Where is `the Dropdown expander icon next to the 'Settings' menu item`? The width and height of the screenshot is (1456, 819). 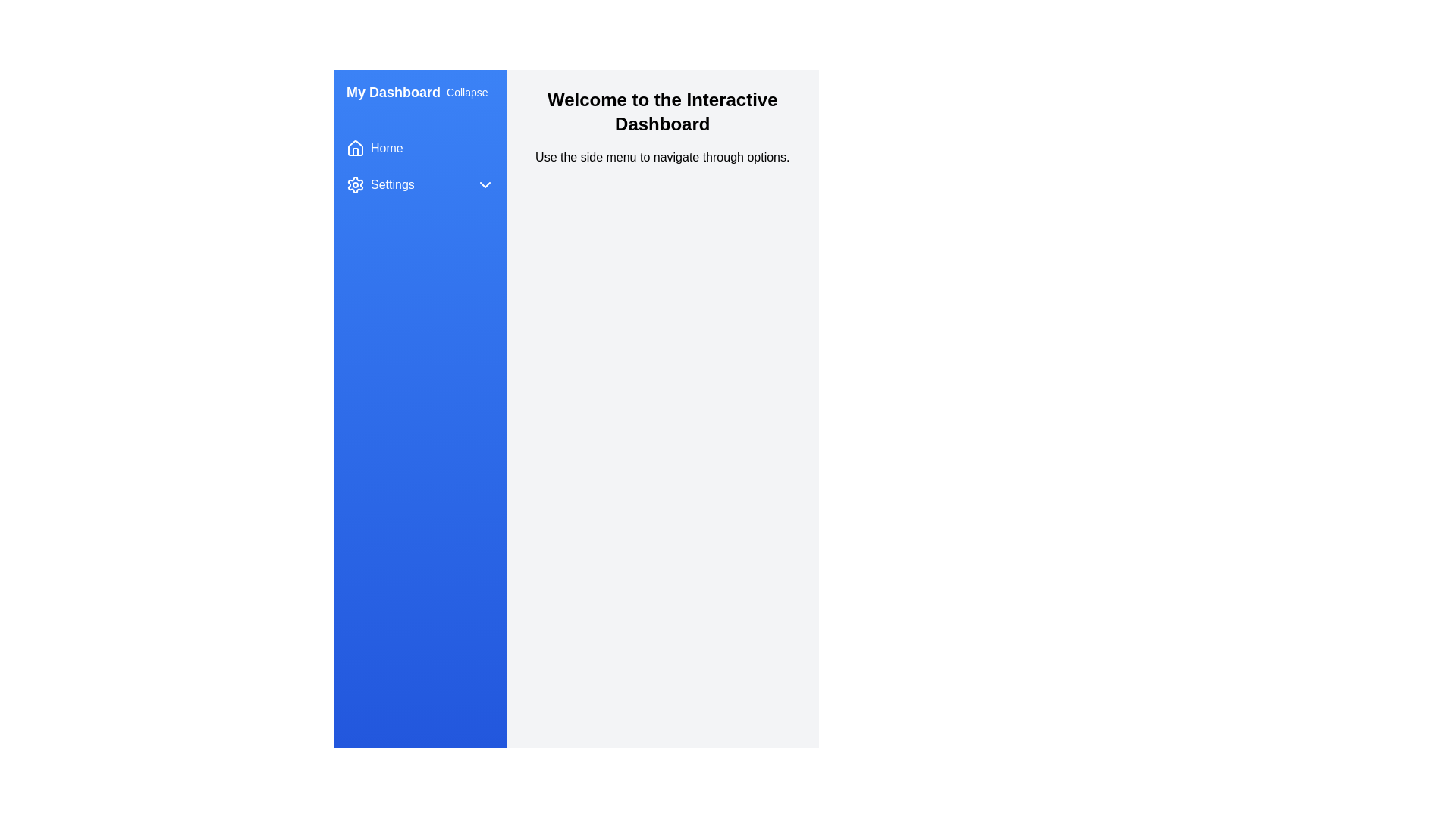
the Dropdown expander icon next to the 'Settings' menu item is located at coordinates (484, 184).